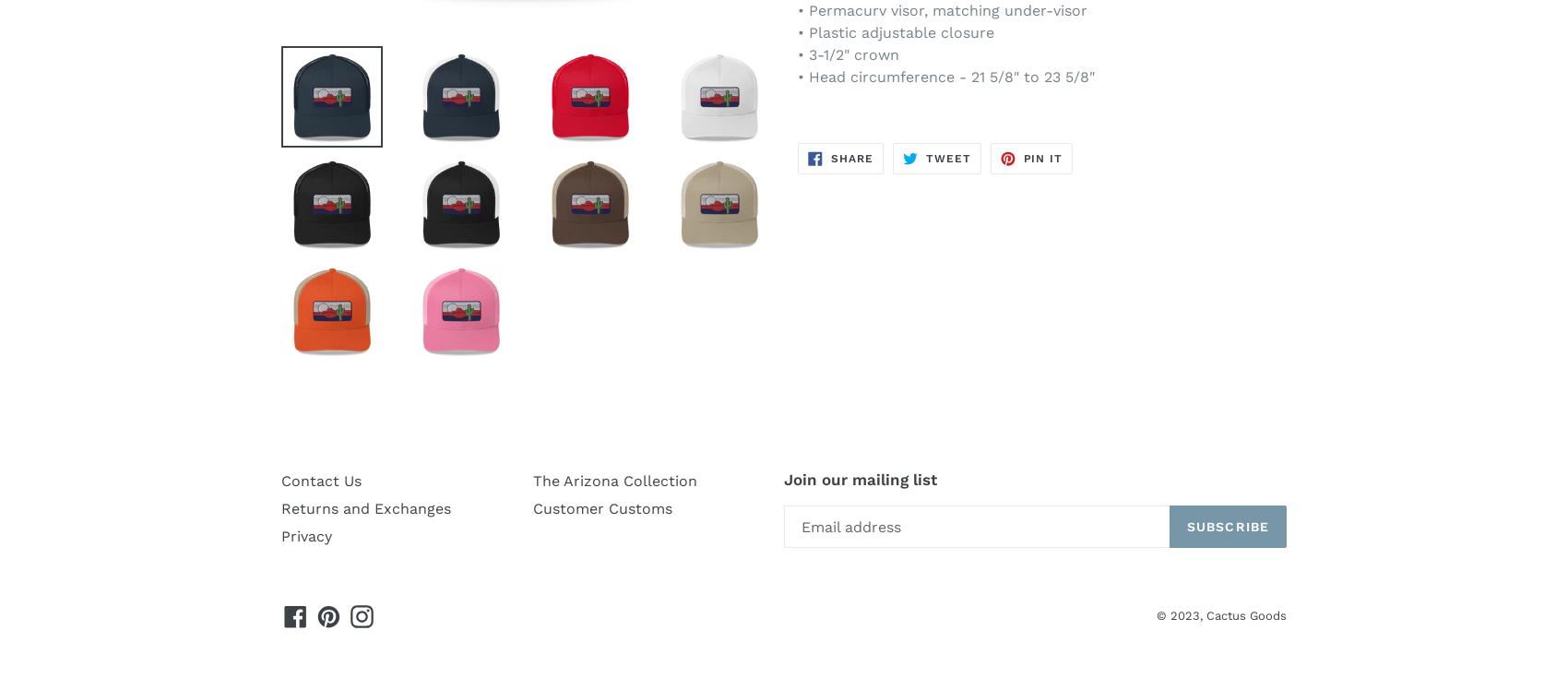  Describe the element at coordinates (280, 481) in the screenshot. I see `'Contact Us'` at that location.